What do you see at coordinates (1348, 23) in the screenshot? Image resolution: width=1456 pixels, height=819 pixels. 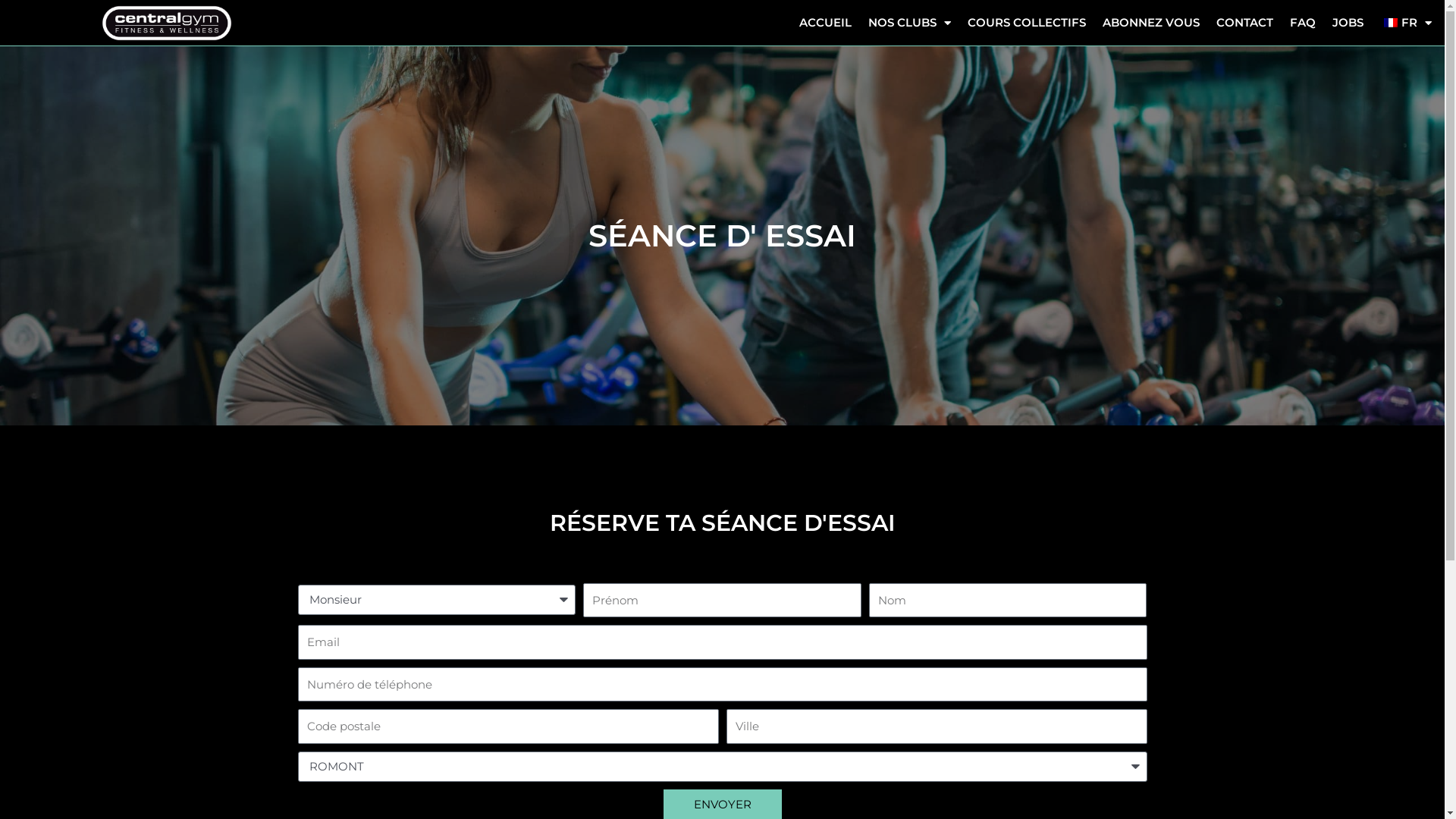 I see `'JOBS'` at bounding box center [1348, 23].